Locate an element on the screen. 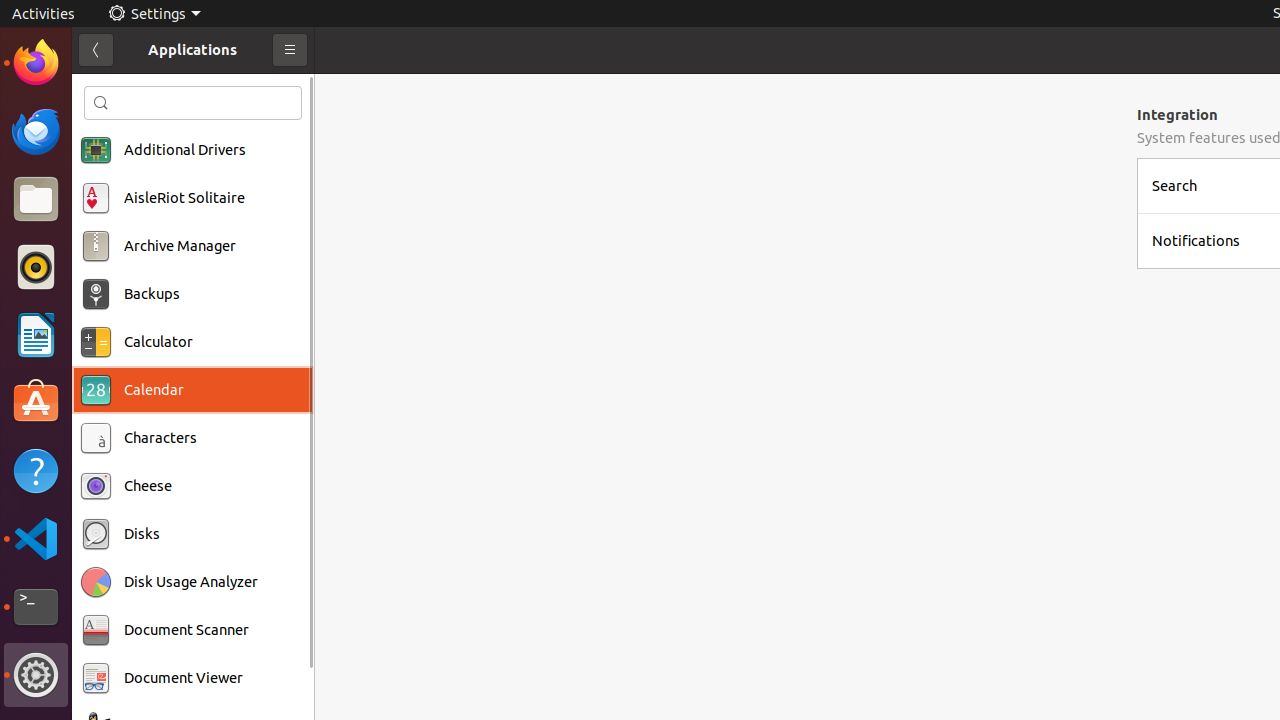 This screenshot has height=720, width=1280. 'Archive Manager' is located at coordinates (179, 245).